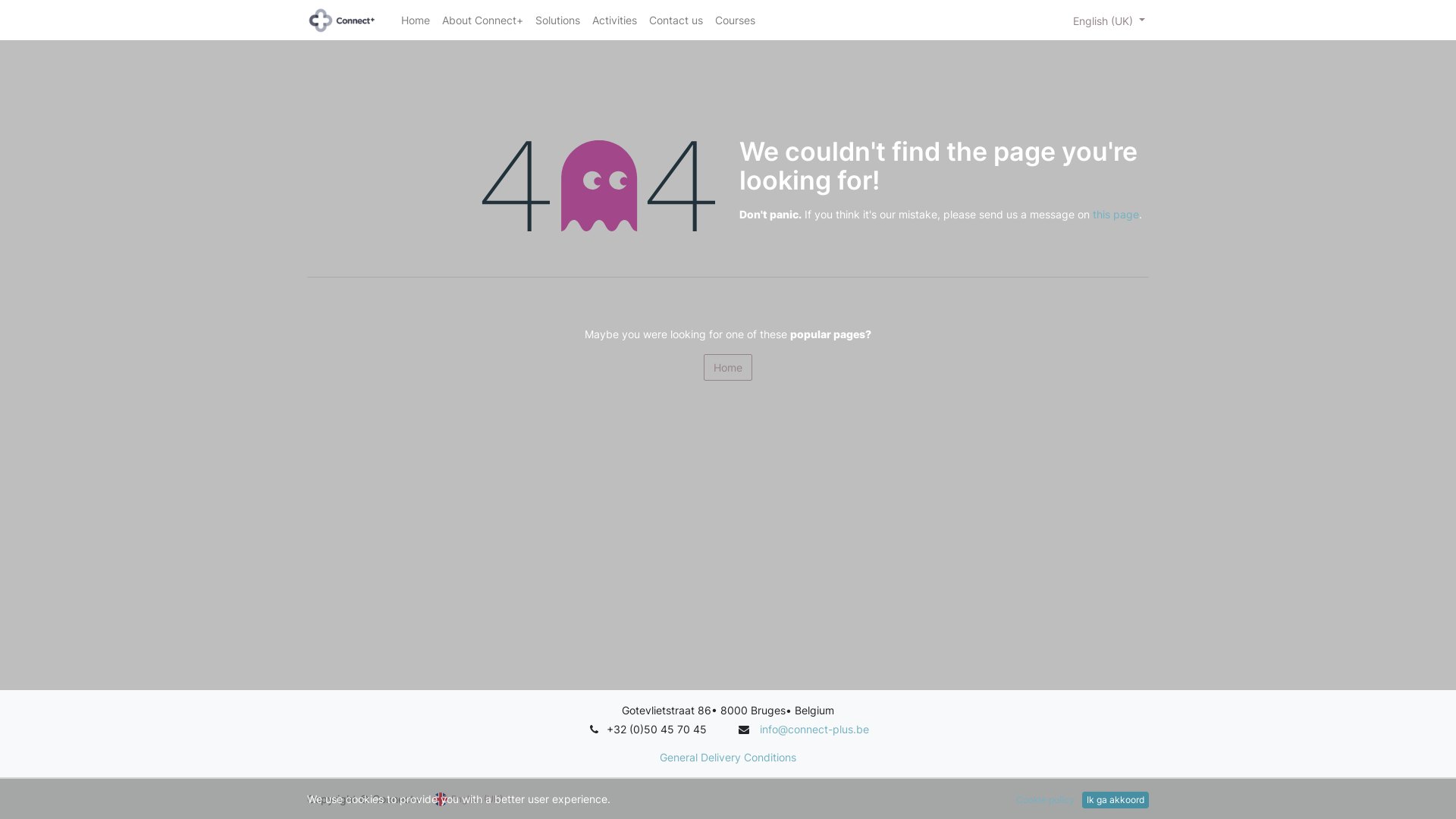  What do you see at coordinates (1109, 20) in the screenshot?
I see `'English (UK)'` at bounding box center [1109, 20].